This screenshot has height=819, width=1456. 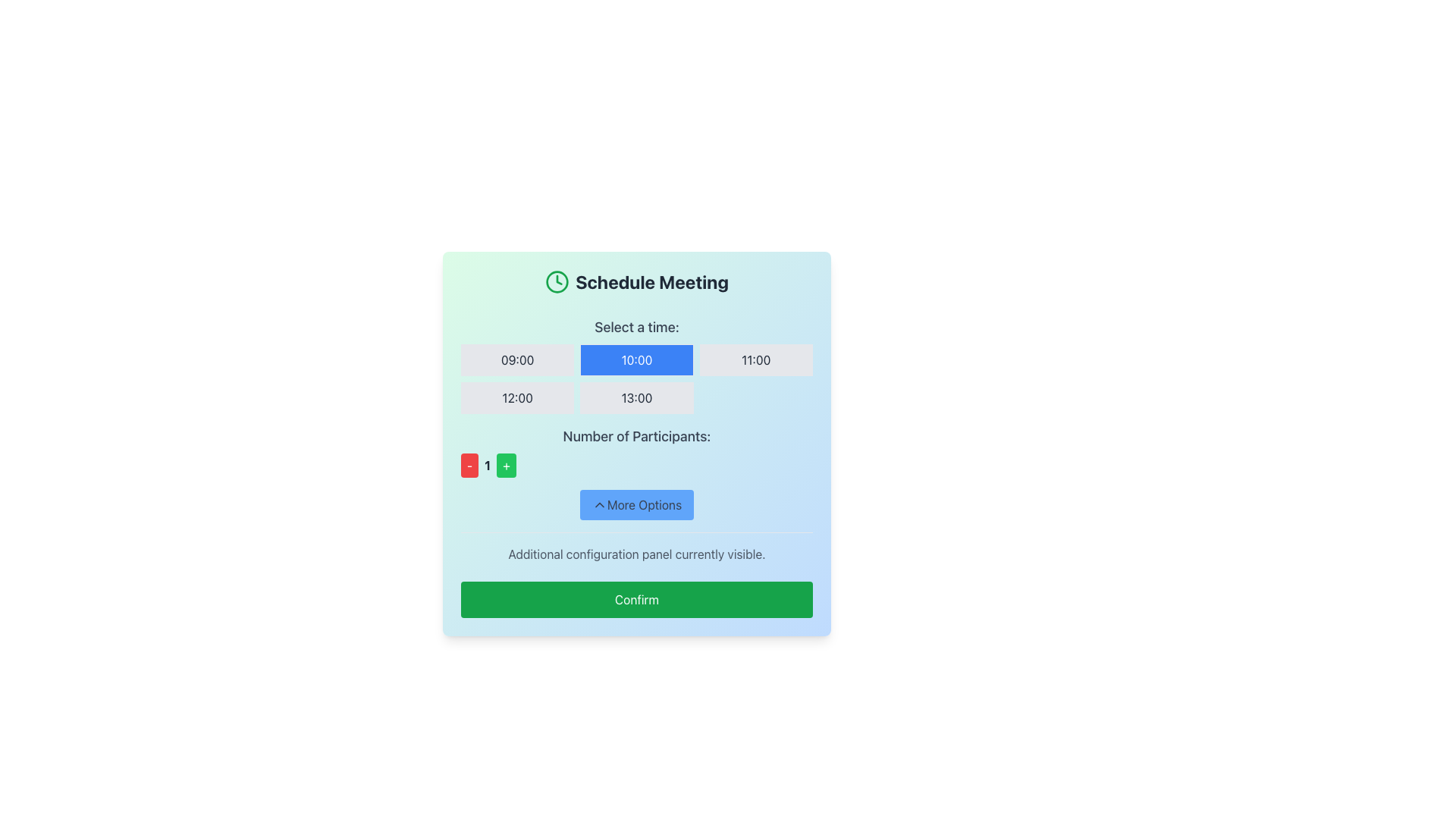 I want to click on the '10:00' button, which is the second button in the top row of a grid labeled 'Select a time:'. It has a blue background and white text, distinguishing it from the other buttons, so click(x=637, y=378).